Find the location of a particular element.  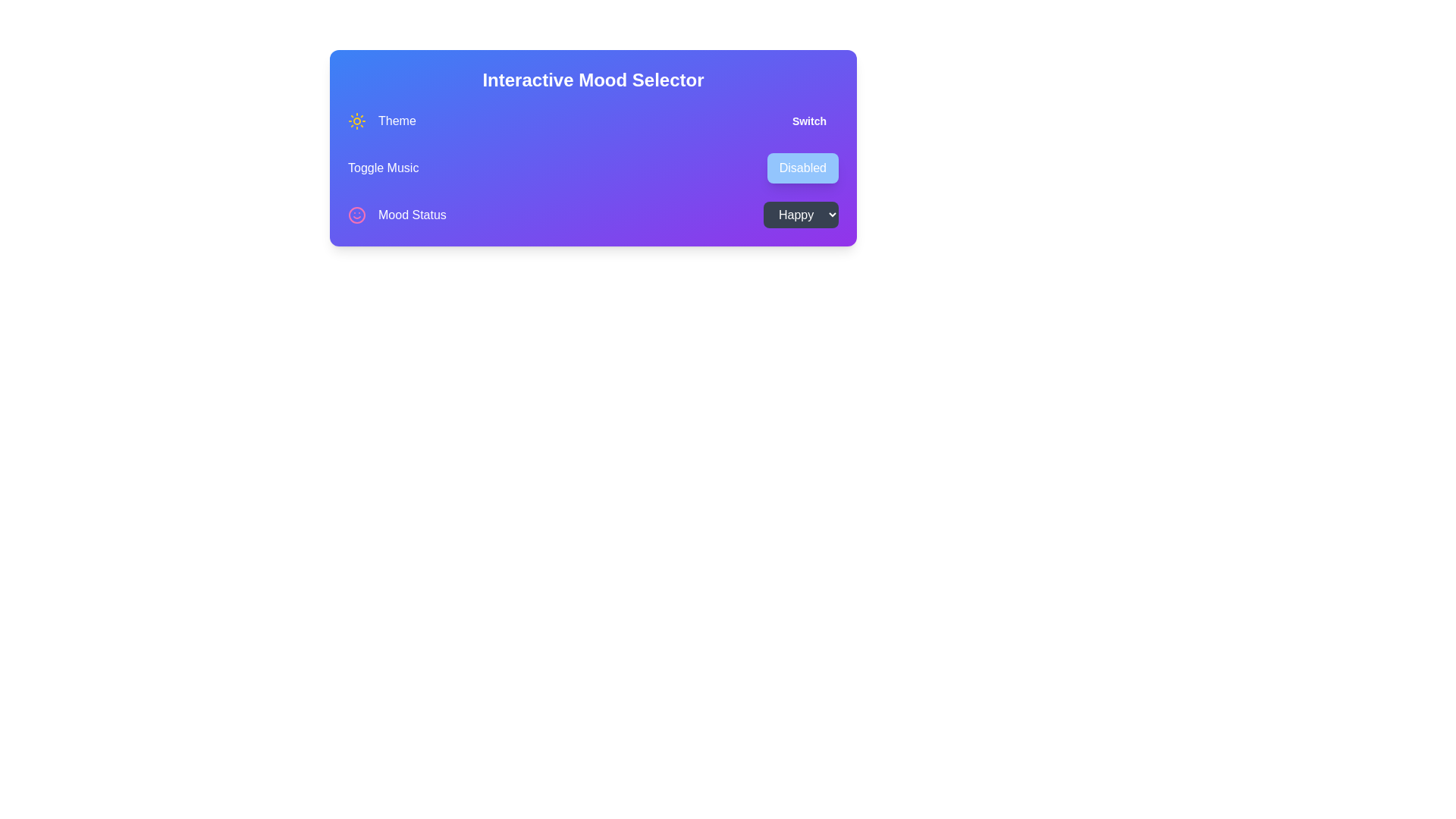

properties of the SVG Circle element that represents the mood status, located within the 'Mood Status' section of the UI is located at coordinates (356, 215).